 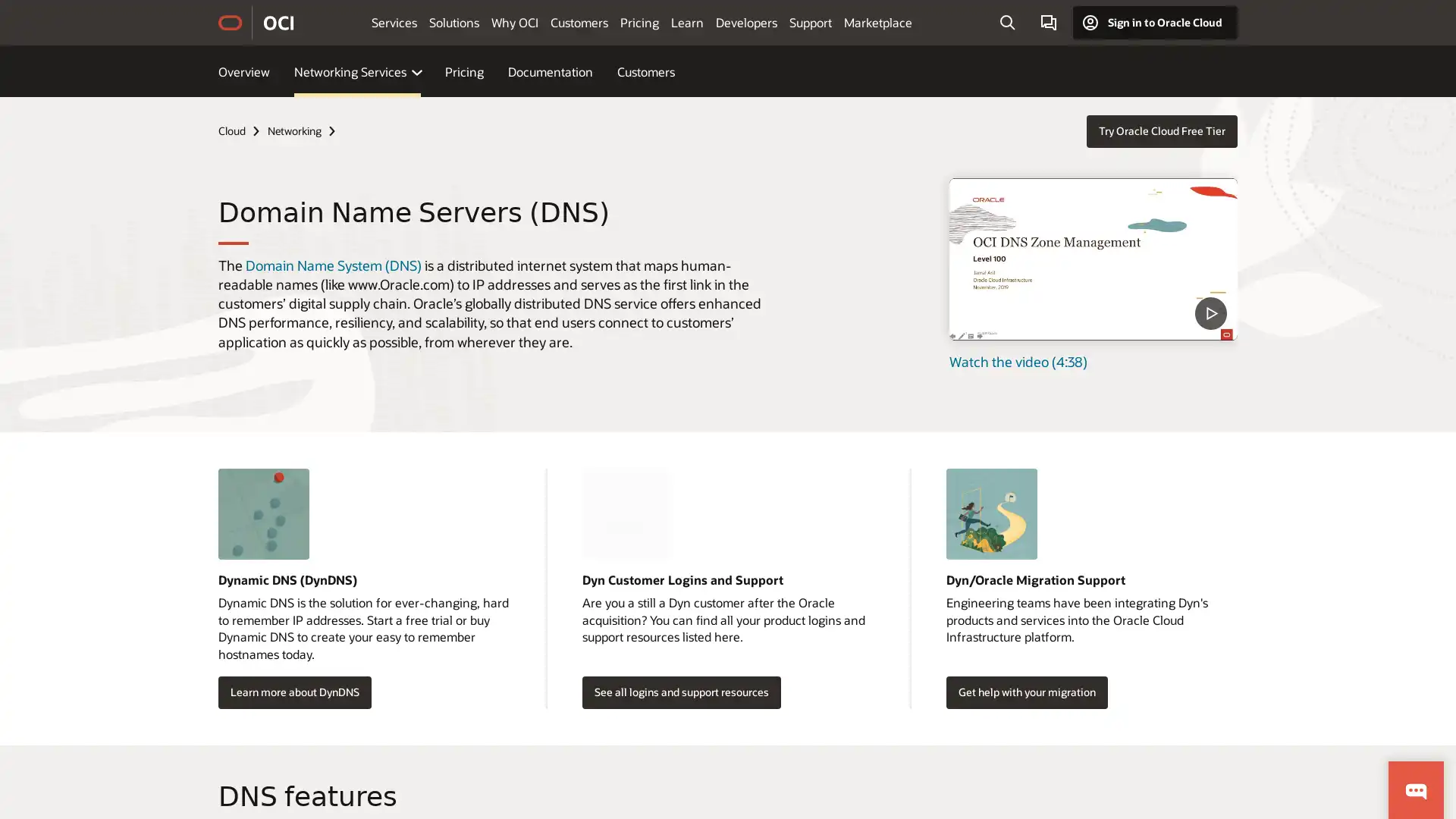 What do you see at coordinates (453, 22) in the screenshot?
I see `Solutions` at bounding box center [453, 22].